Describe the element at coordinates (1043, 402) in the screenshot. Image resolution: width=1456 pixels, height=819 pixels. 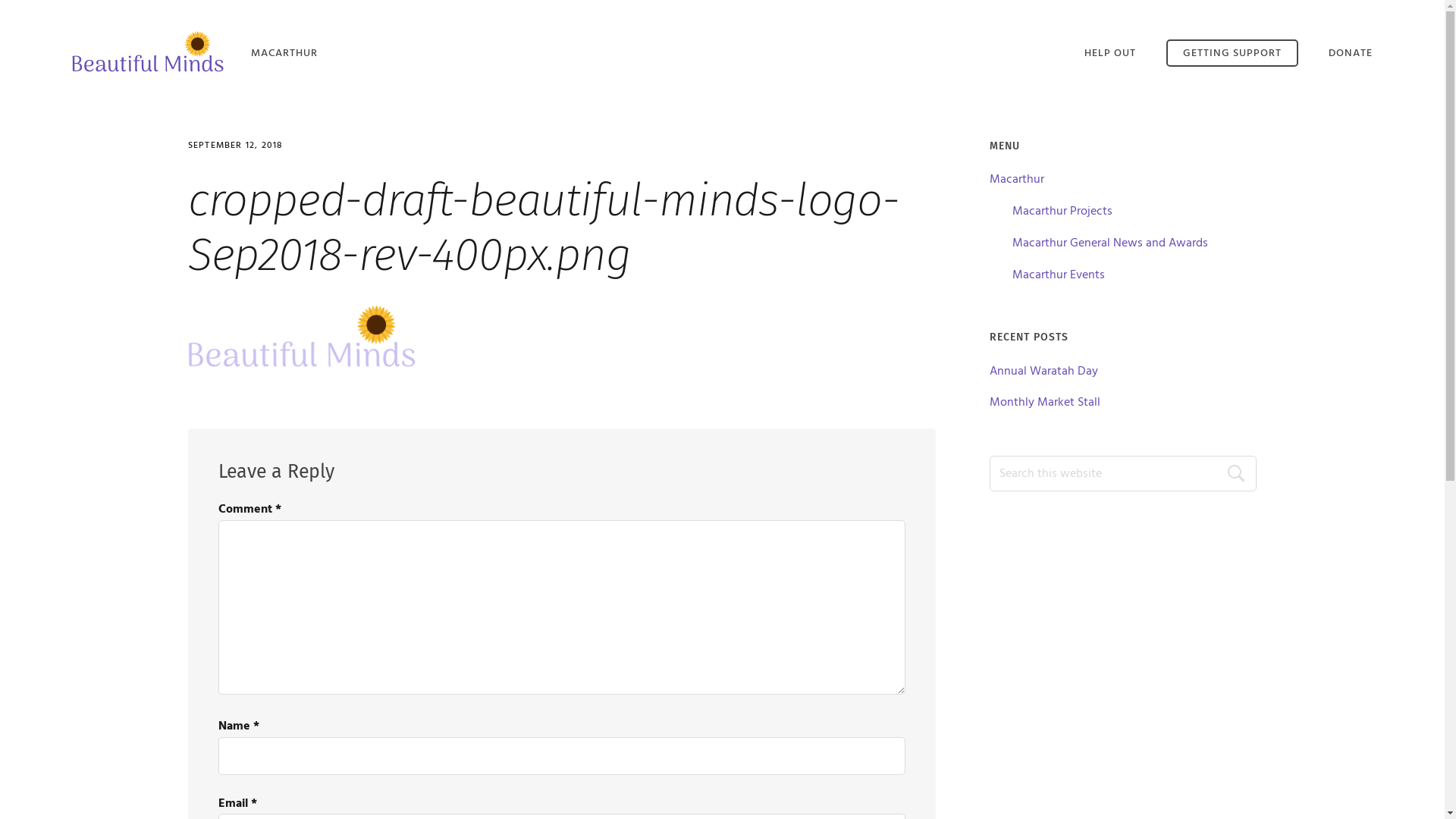
I see `'Monthly Market Stall'` at that location.